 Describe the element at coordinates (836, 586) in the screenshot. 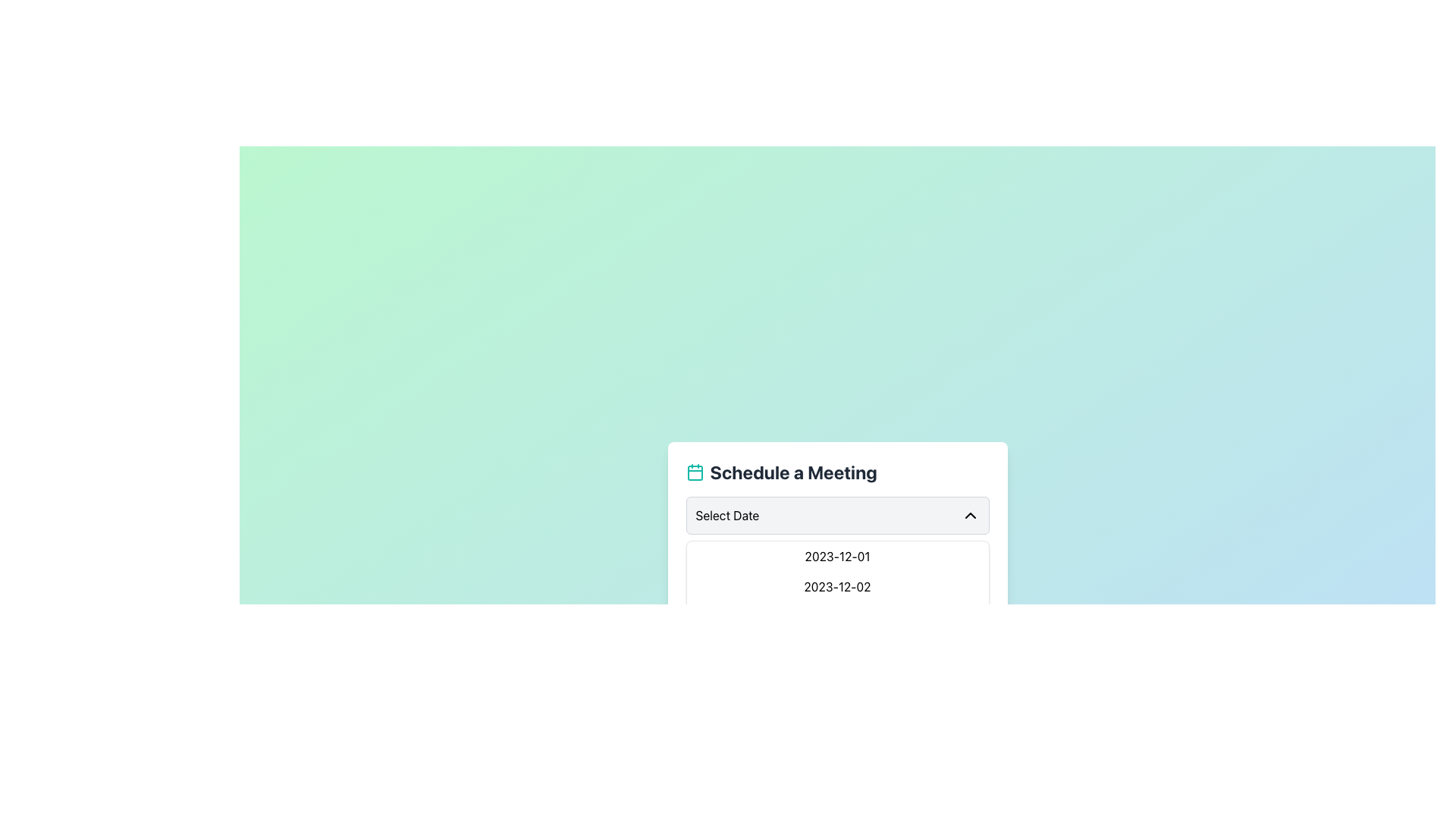

I see `the selectable list item displaying the date '2023-12-02'` at that location.